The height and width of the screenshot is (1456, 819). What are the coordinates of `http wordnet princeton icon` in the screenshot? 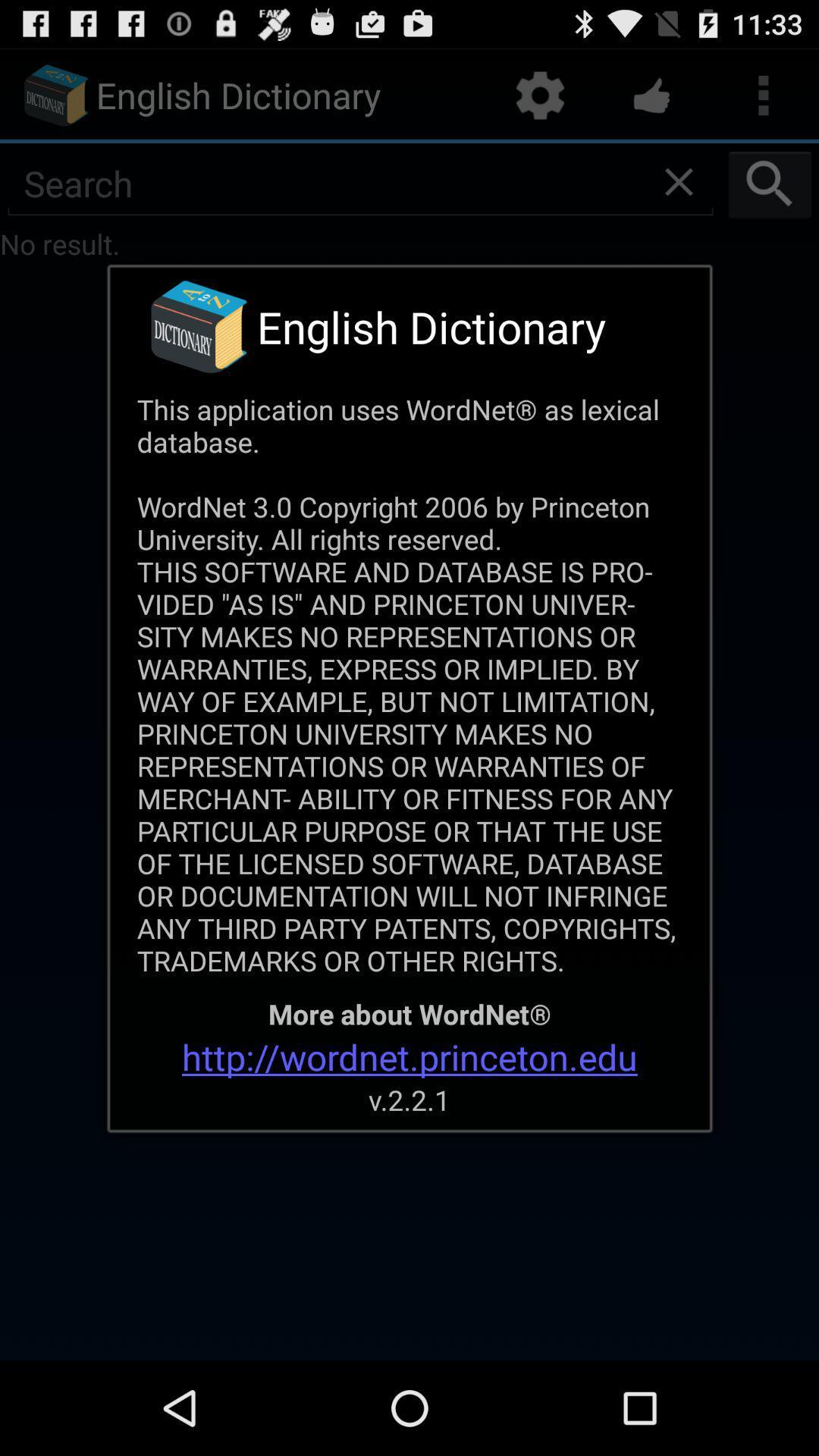 It's located at (409, 1056).